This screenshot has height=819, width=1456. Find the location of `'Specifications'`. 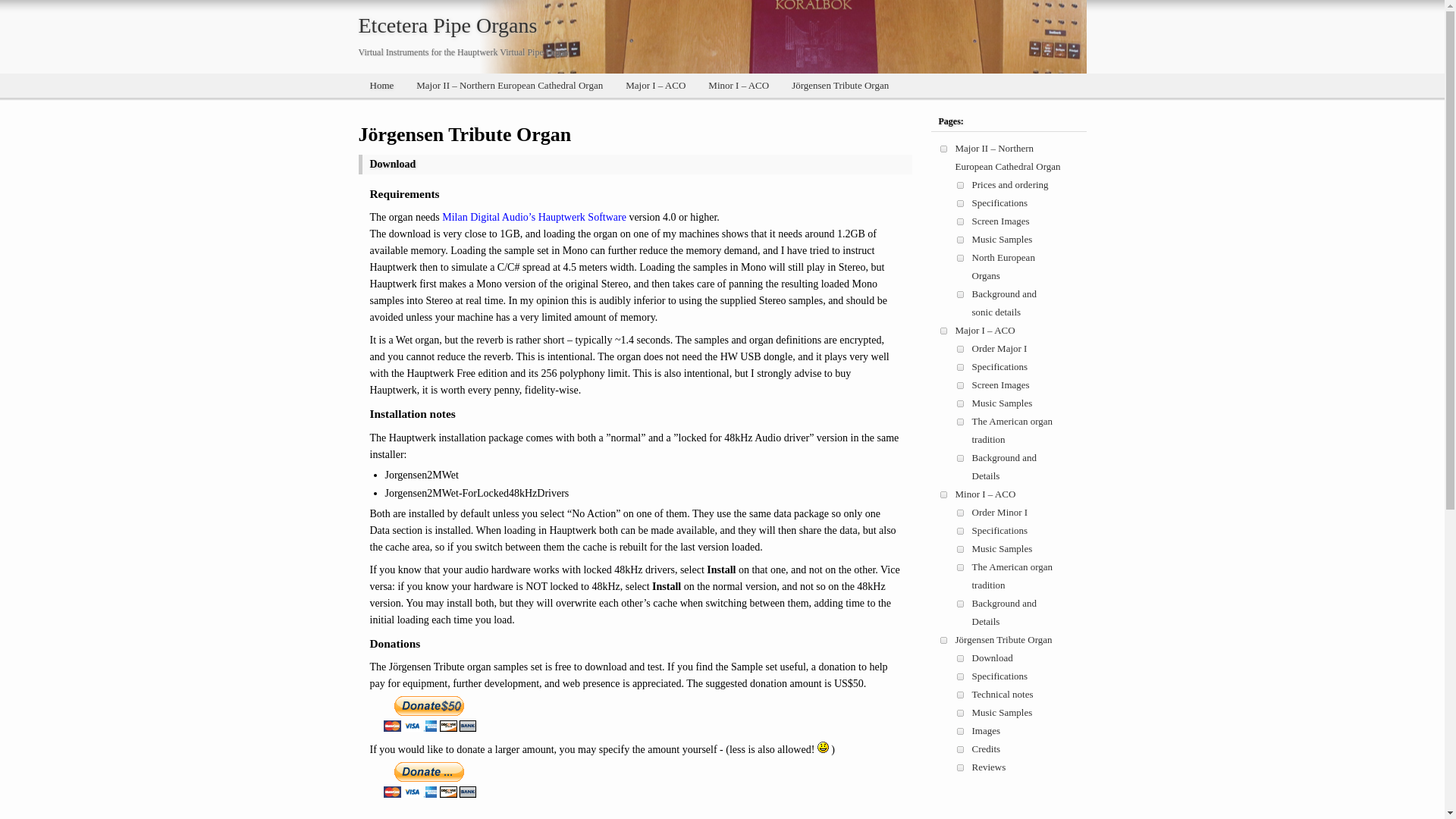

'Specifications' is located at coordinates (1000, 202).